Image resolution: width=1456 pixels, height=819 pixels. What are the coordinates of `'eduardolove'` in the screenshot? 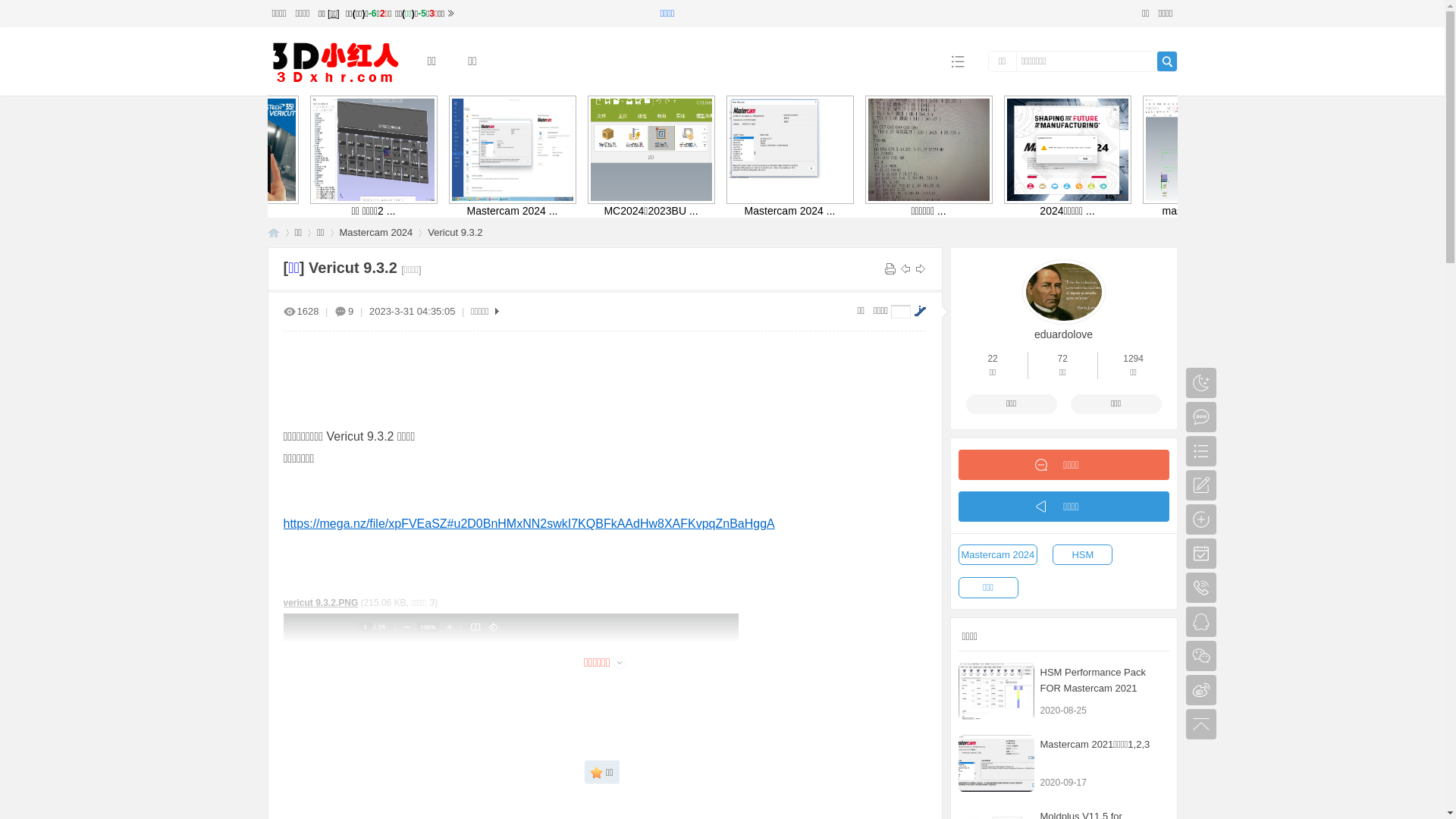 It's located at (1062, 332).